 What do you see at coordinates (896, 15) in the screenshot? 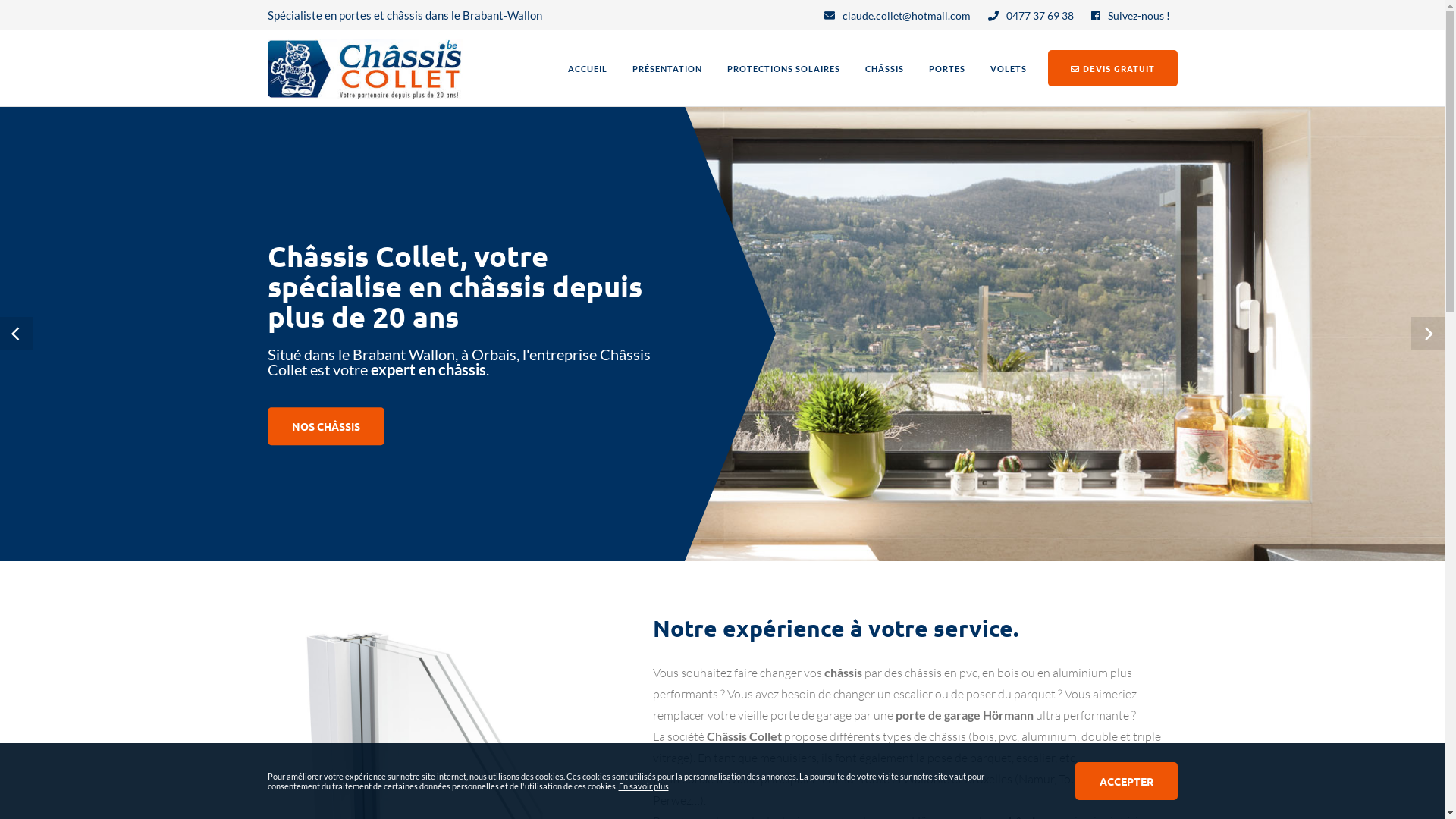
I see `'claude.collet@hotmail.com'` at bounding box center [896, 15].